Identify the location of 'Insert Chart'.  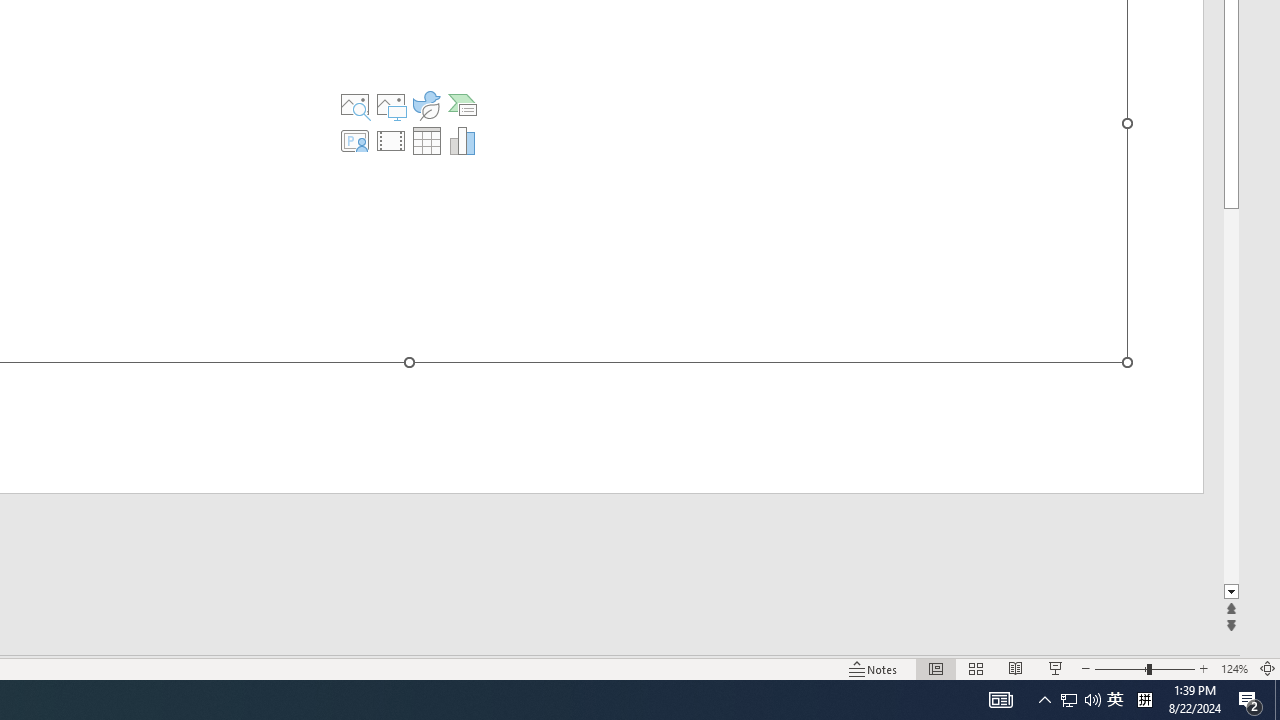
(461, 140).